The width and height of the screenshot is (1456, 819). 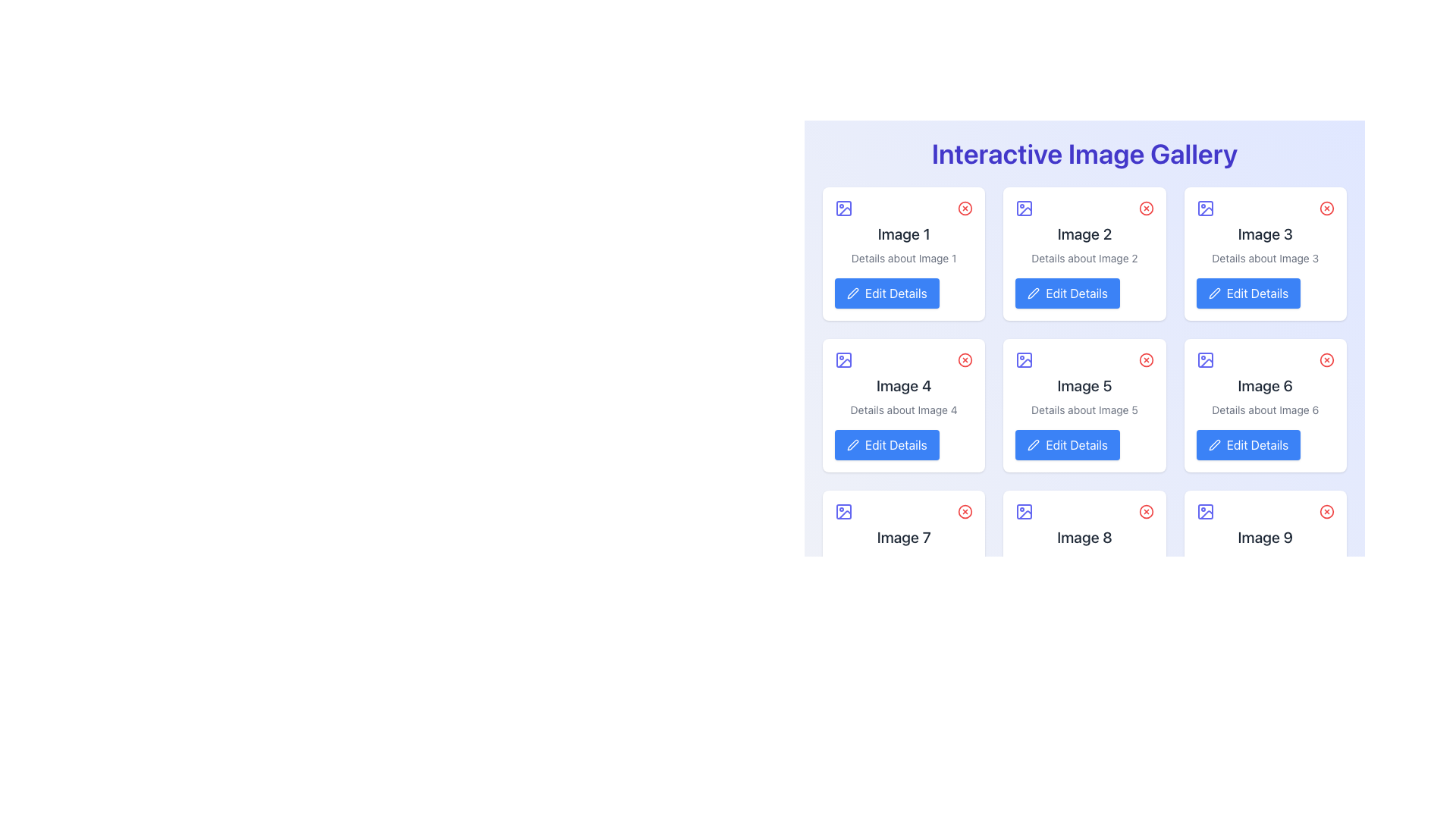 What do you see at coordinates (1084, 257) in the screenshot?
I see `the text label displaying 'Details about Image 2' which is located under the title 'Image 2' in the card for 'Image 2'` at bounding box center [1084, 257].